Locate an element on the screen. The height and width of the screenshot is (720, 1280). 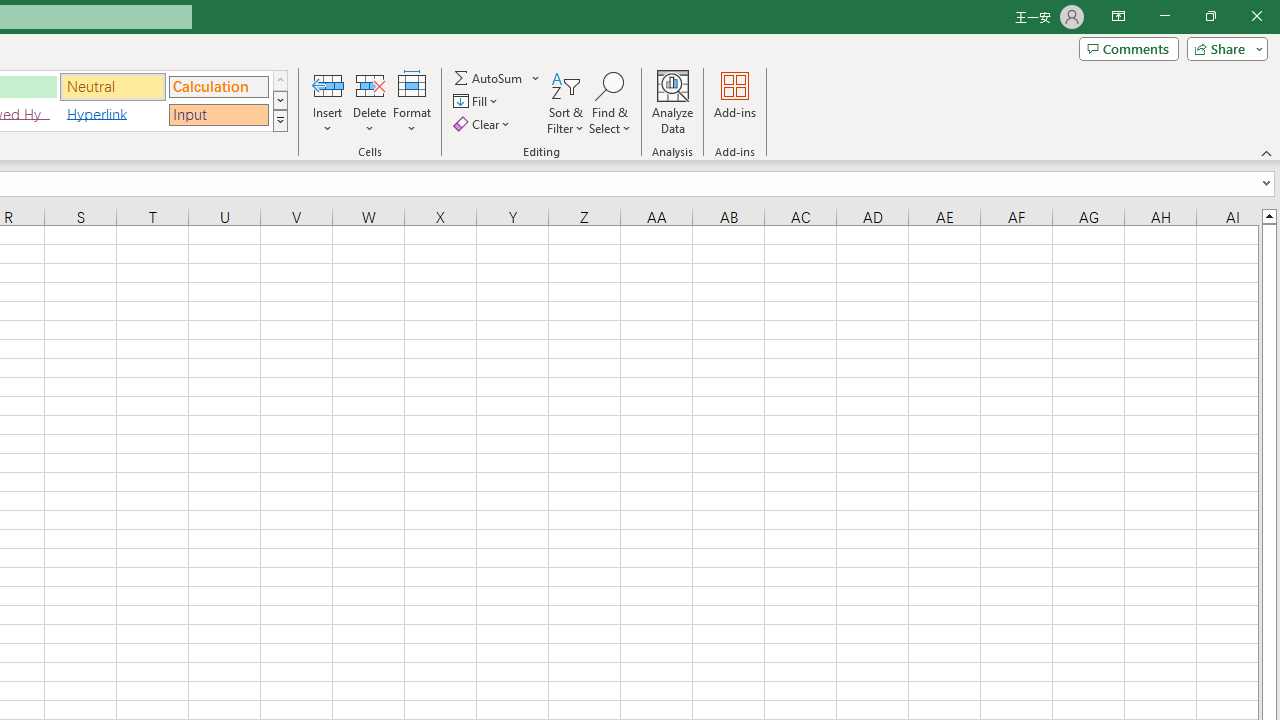
'Close' is located at coordinates (1255, 16).